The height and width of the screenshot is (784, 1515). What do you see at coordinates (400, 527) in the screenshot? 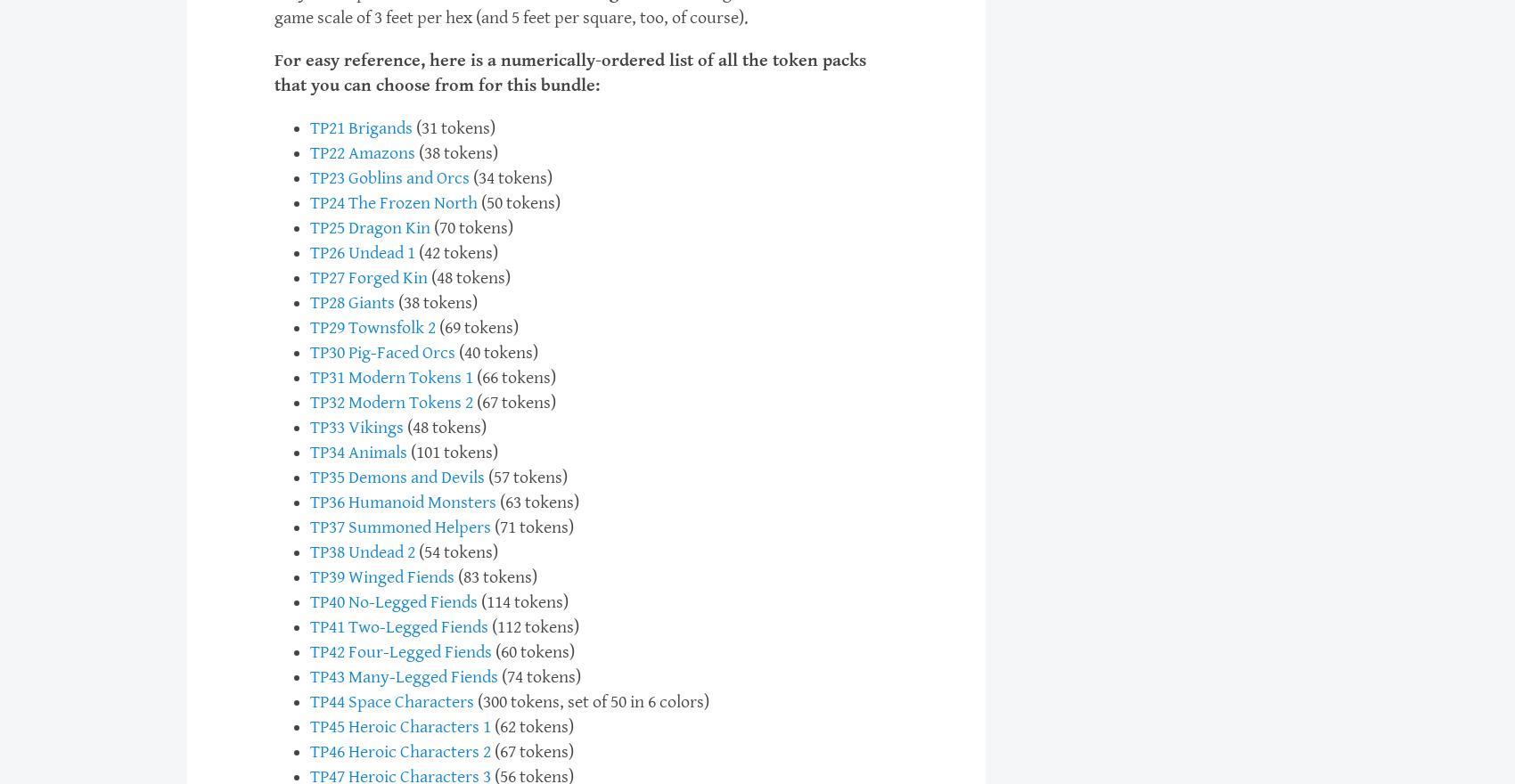
I see `'TP37 Summoned Helpers'` at bounding box center [400, 527].